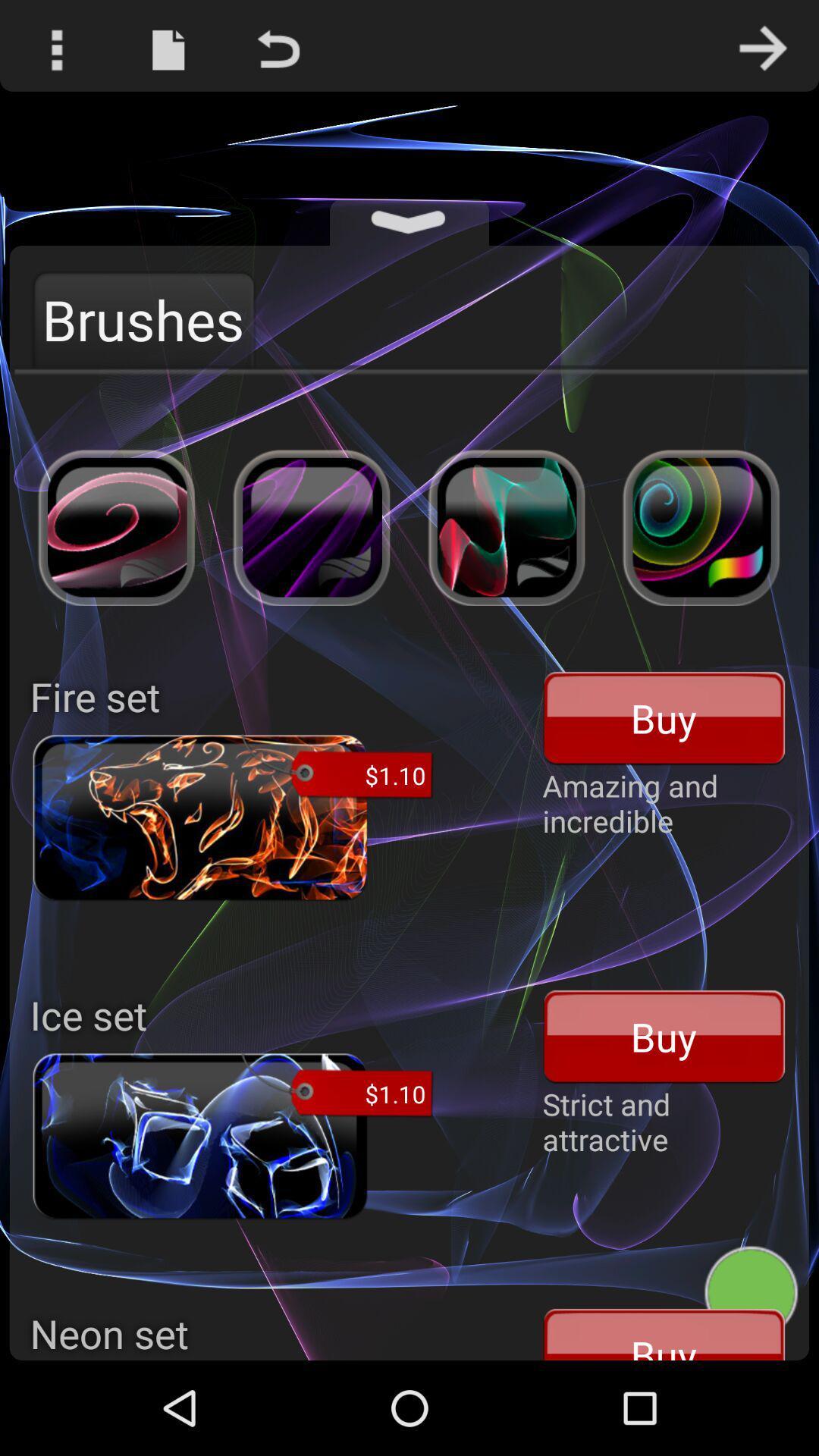 This screenshot has width=819, height=1456. I want to click on the buy which is beside fire set, so click(664, 717).